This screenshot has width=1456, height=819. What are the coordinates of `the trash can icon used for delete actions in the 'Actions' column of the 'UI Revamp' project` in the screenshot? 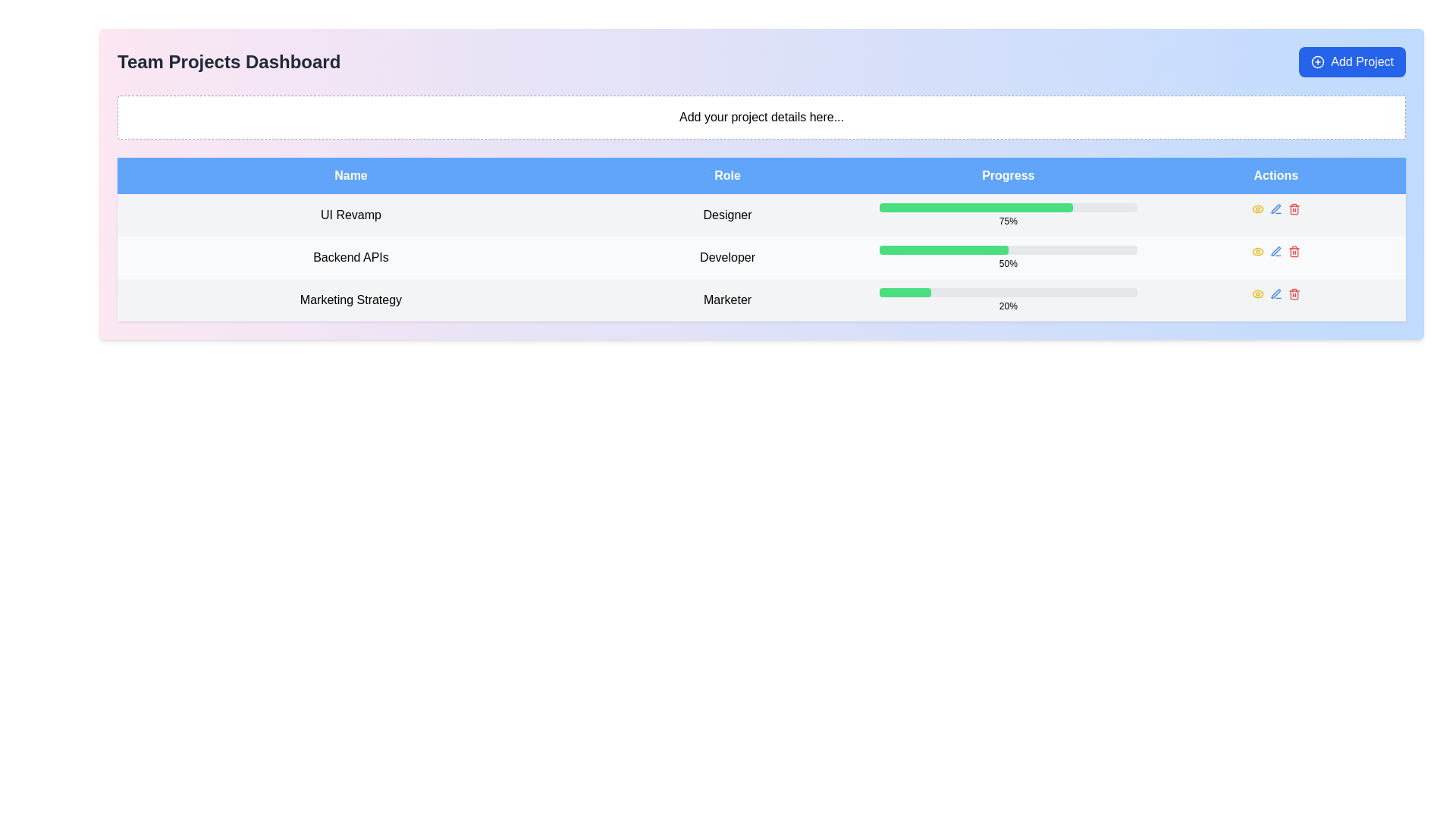 It's located at (1293, 210).